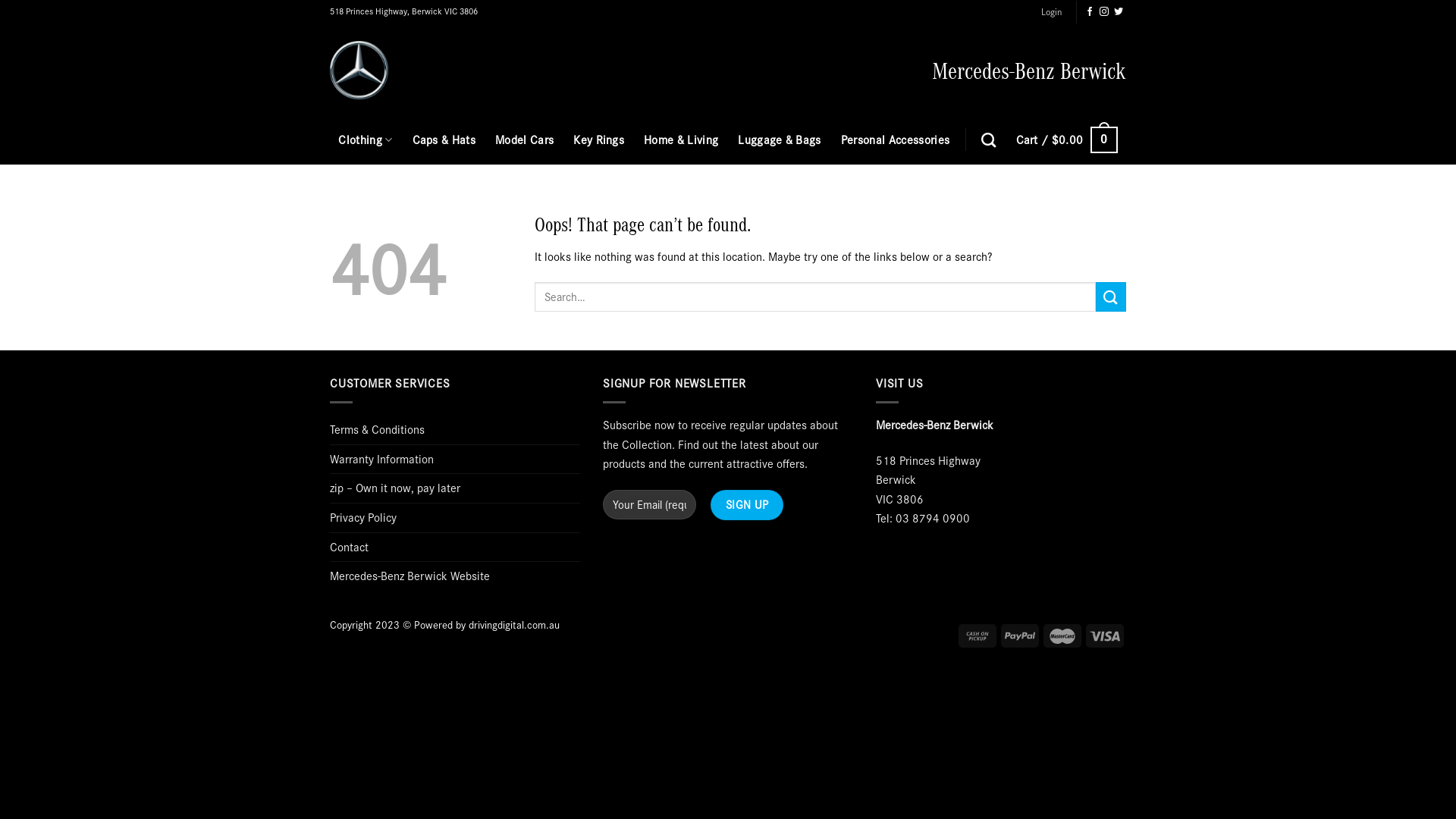 The height and width of the screenshot is (819, 1456). I want to click on 'Mercedes-Benz Berwick Website', so click(329, 576).